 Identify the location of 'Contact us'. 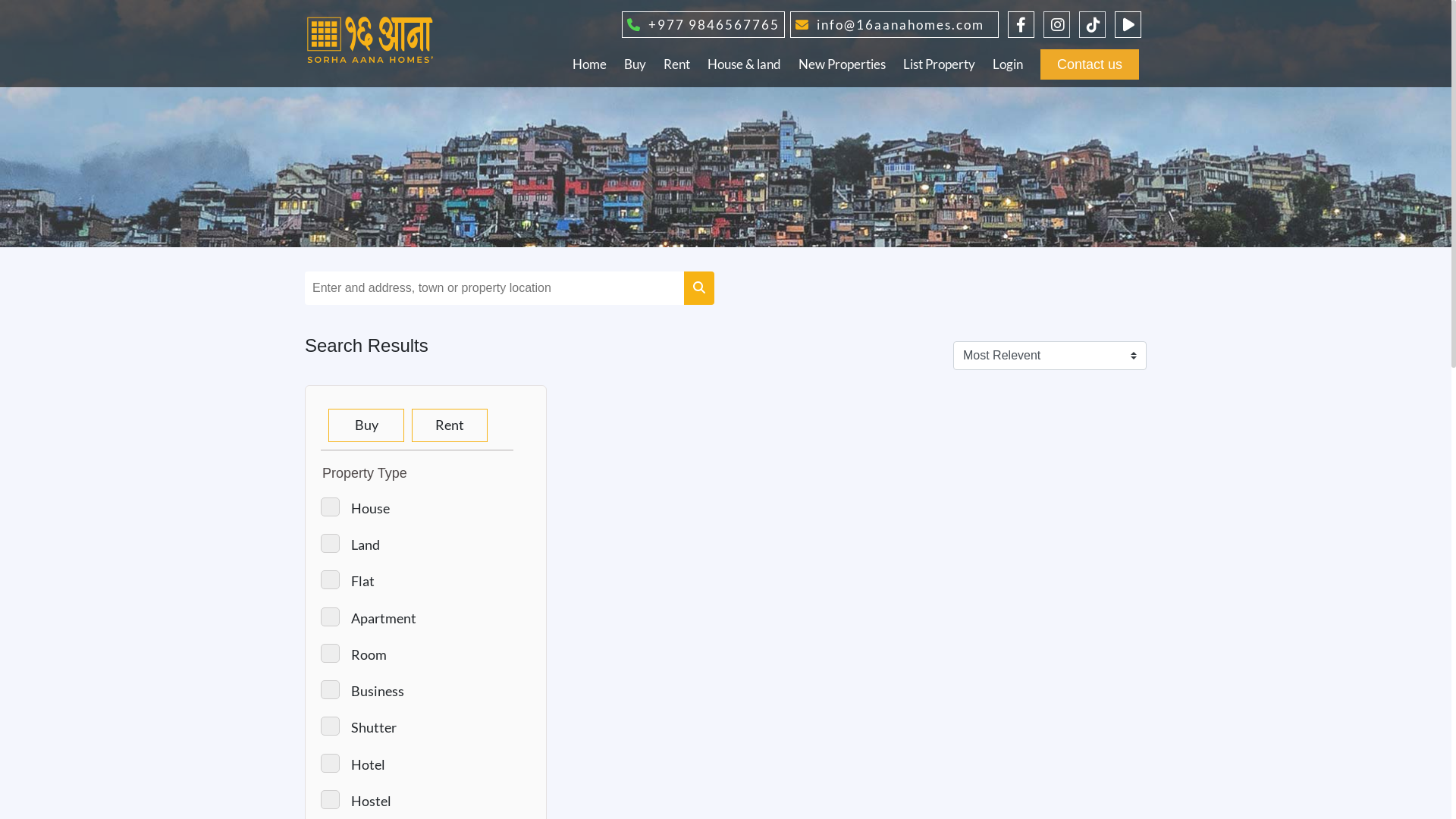
(1040, 63).